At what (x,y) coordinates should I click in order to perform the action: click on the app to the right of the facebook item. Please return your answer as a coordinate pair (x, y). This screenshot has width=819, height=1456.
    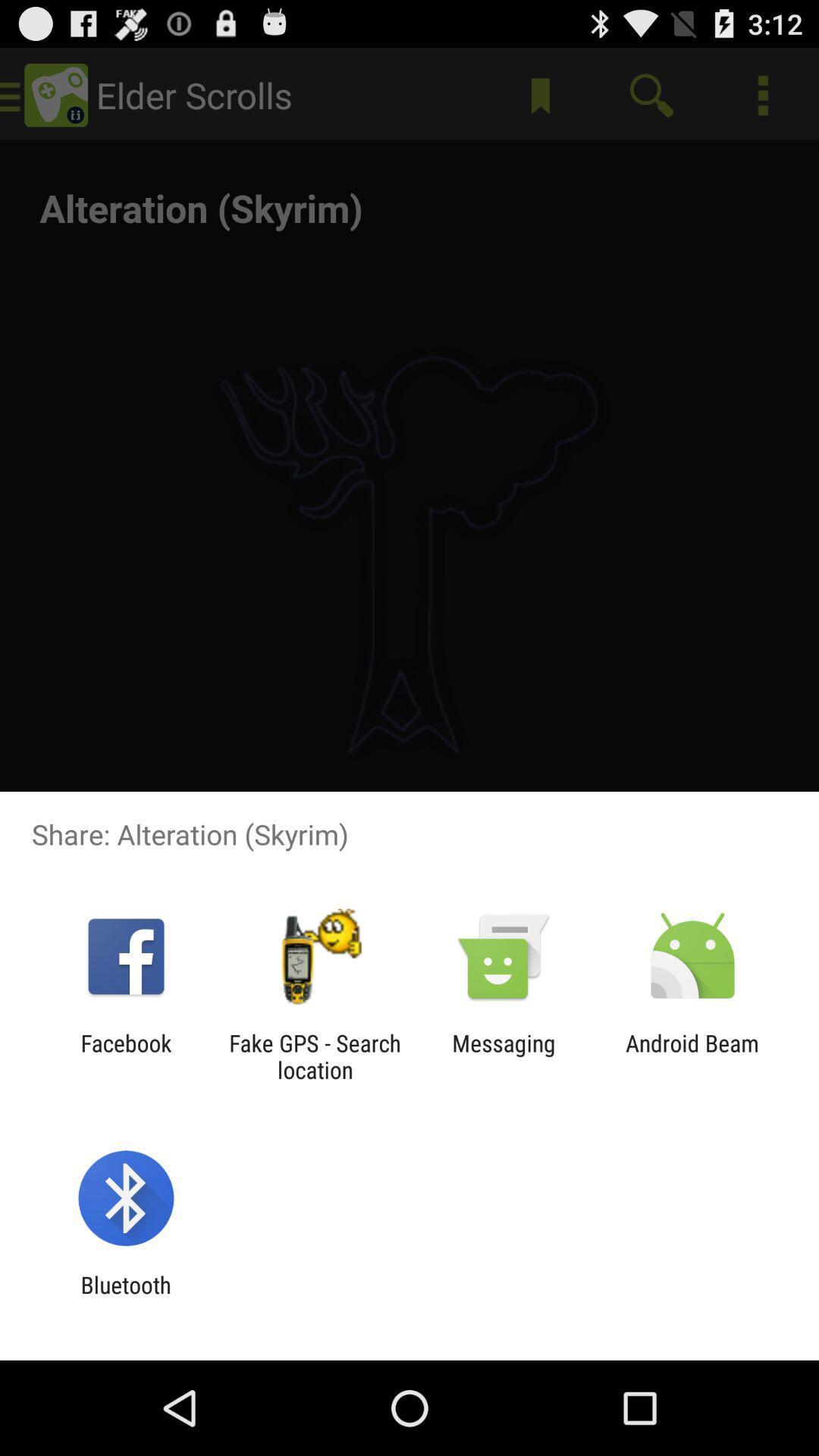
    Looking at the image, I should click on (314, 1056).